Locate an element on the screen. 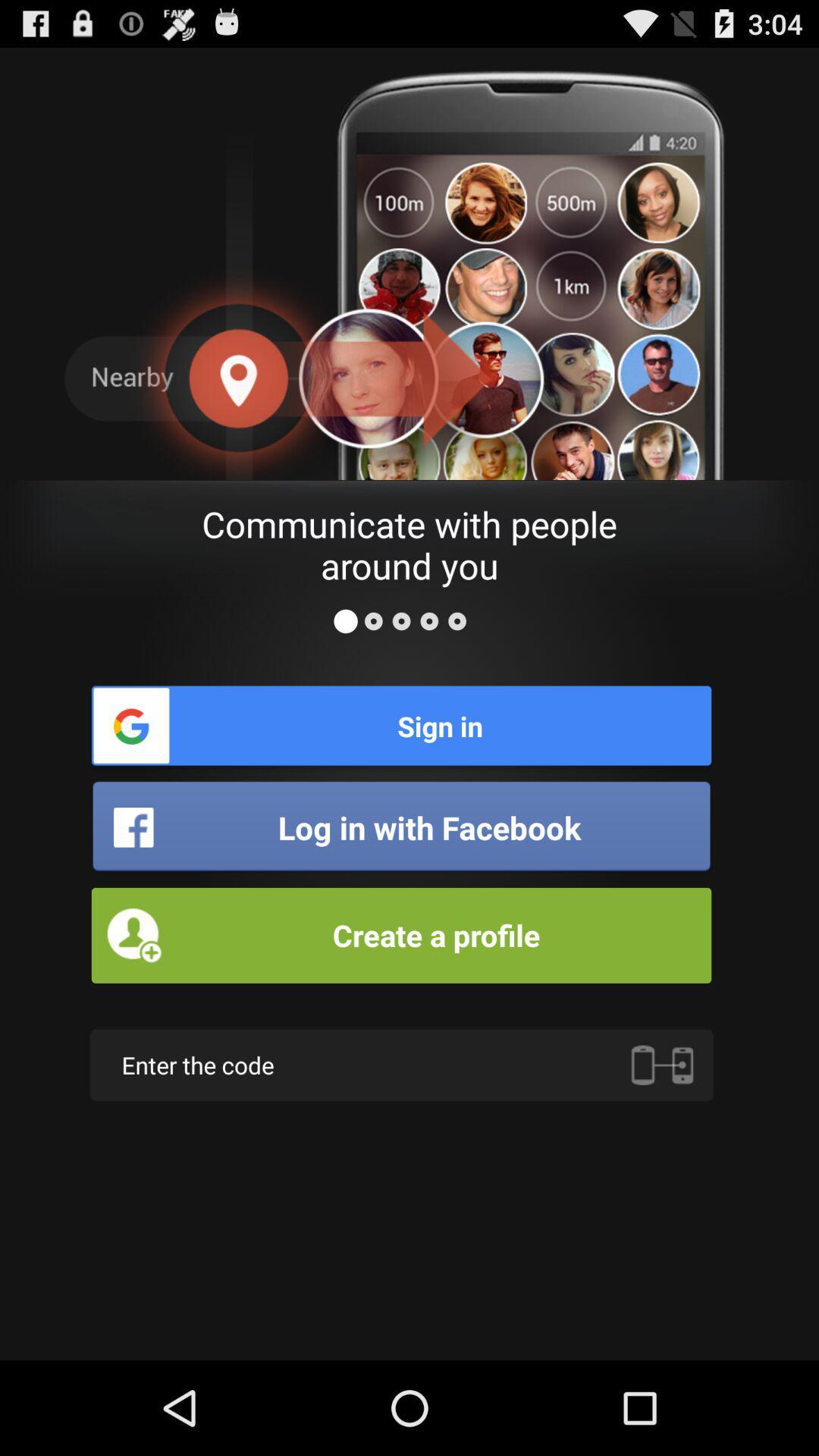 The image size is (819, 1456). sign in icon is located at coordinates (400, 724).